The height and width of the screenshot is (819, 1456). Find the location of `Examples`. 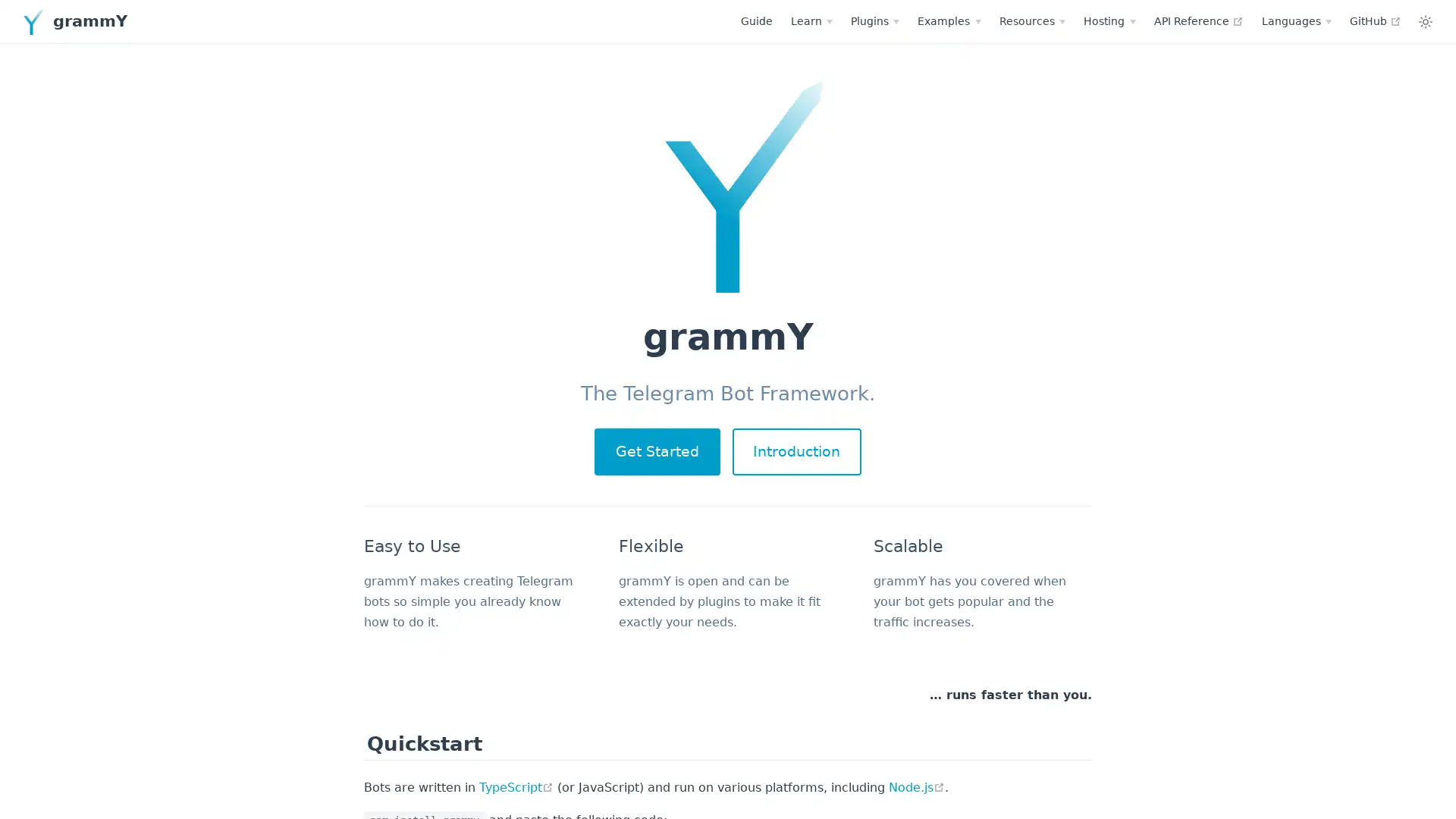

Examples is located at coordinates (814, 20).